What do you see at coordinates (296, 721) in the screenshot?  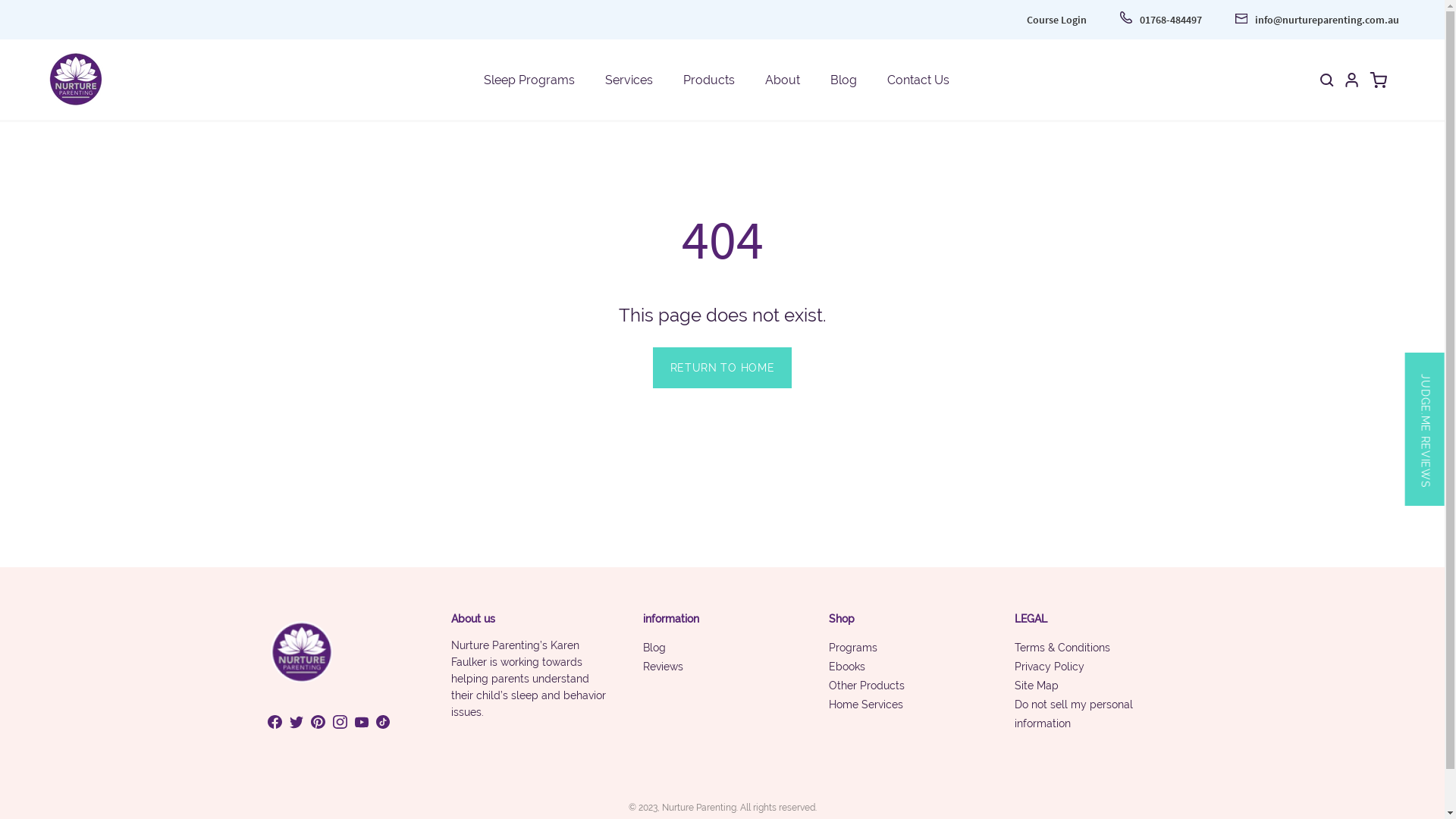 I see `'View Nurture Parenting Shop on Twitter'` at bounding box center [296, 721].